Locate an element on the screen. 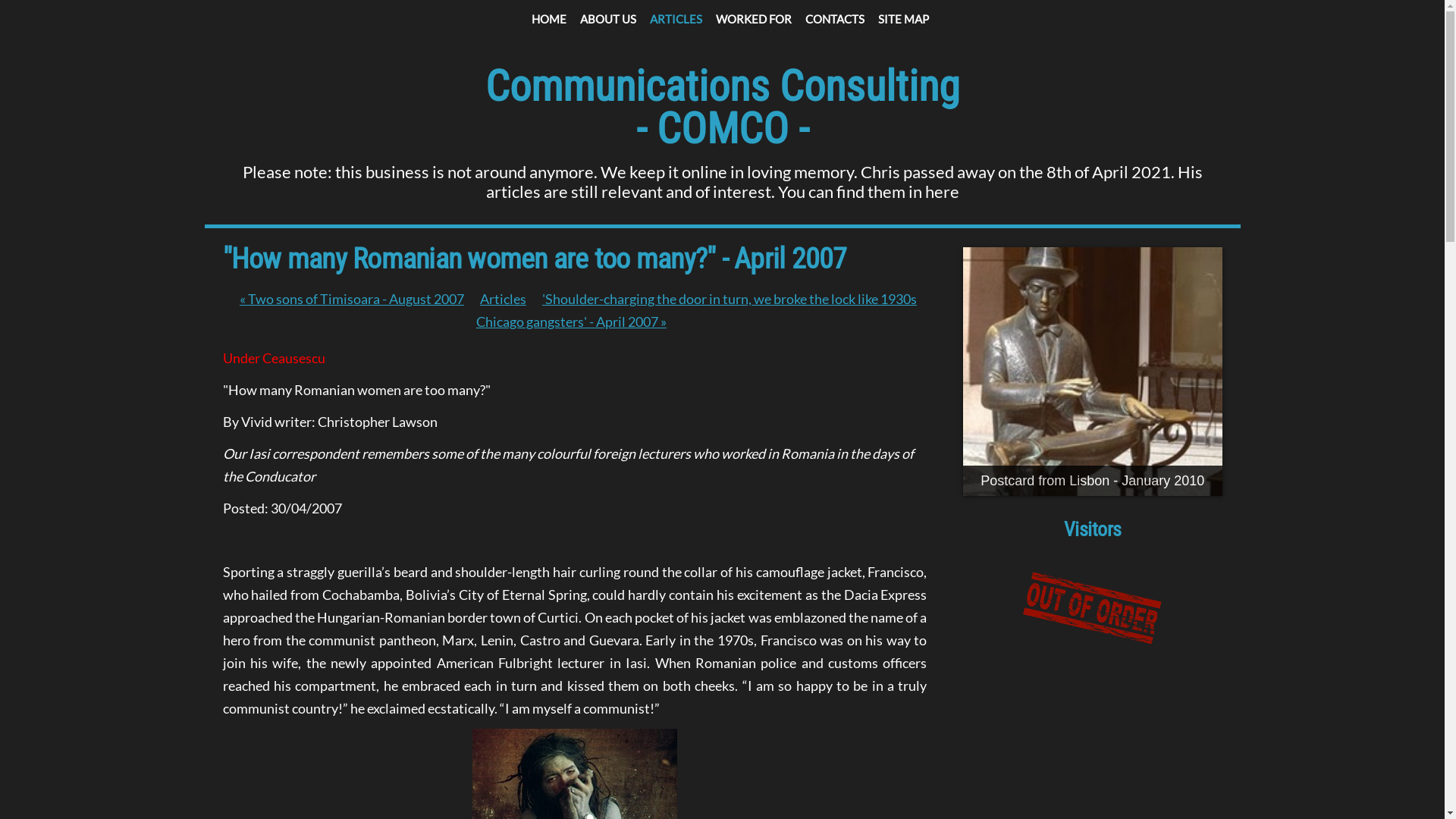 Image resolution: width=1456 pixels, height=819 pixels. 'ARTICLES' is located at coordinates (674, 18).